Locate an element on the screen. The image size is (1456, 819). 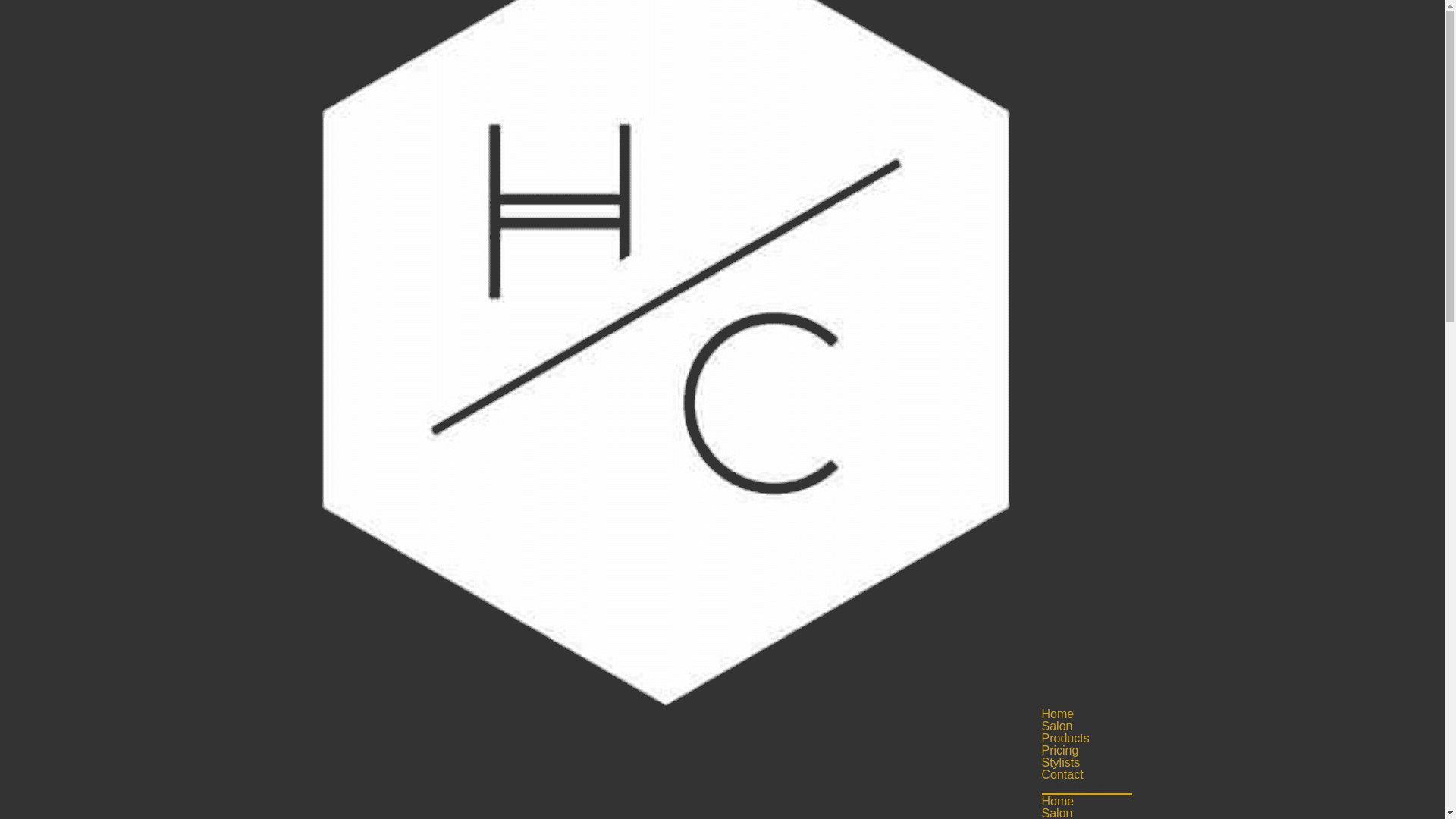
'Stylists' is located at coordinates (1060, 763).